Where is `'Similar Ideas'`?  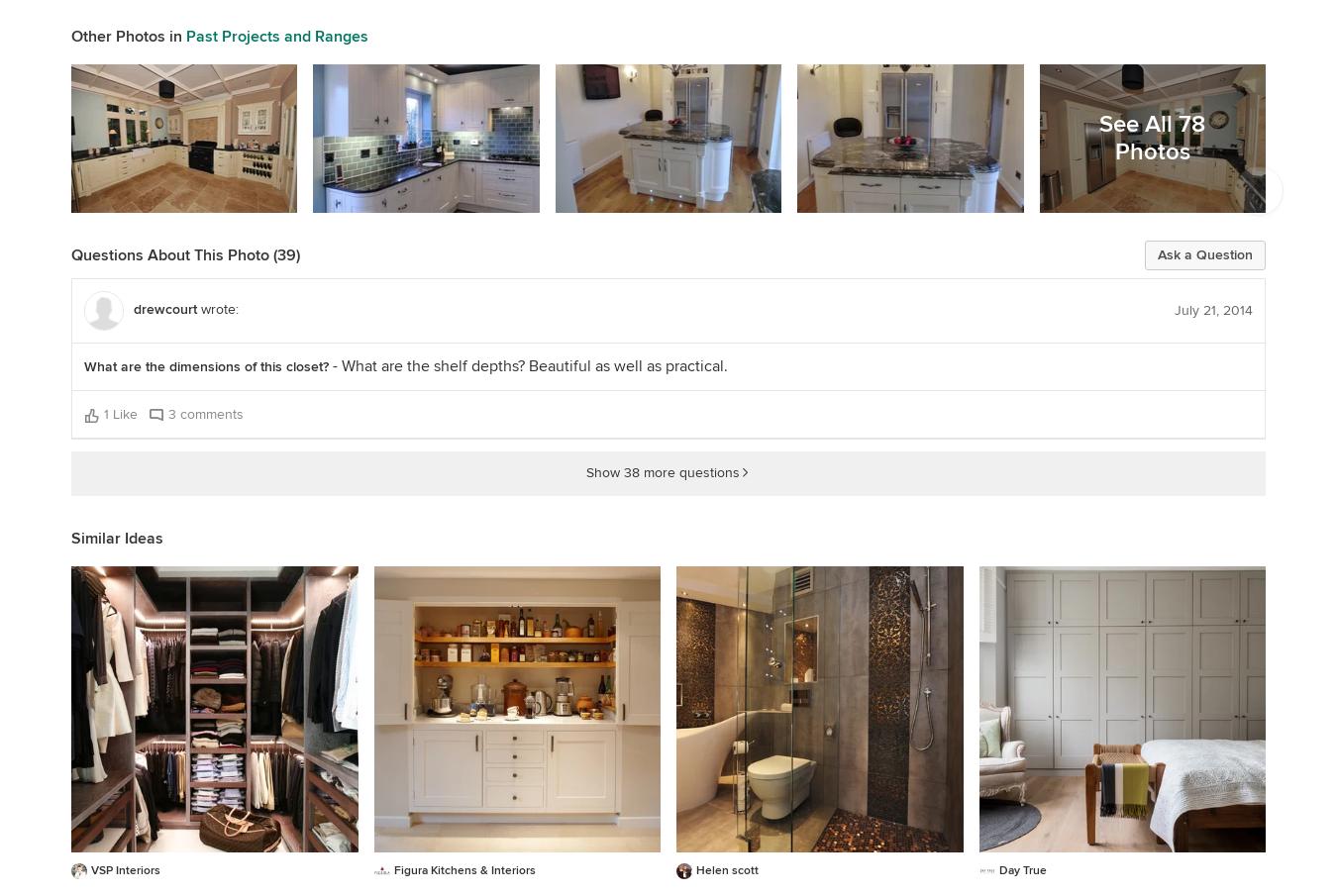
'Similar Ideas' is located at coordinates (117, 537).